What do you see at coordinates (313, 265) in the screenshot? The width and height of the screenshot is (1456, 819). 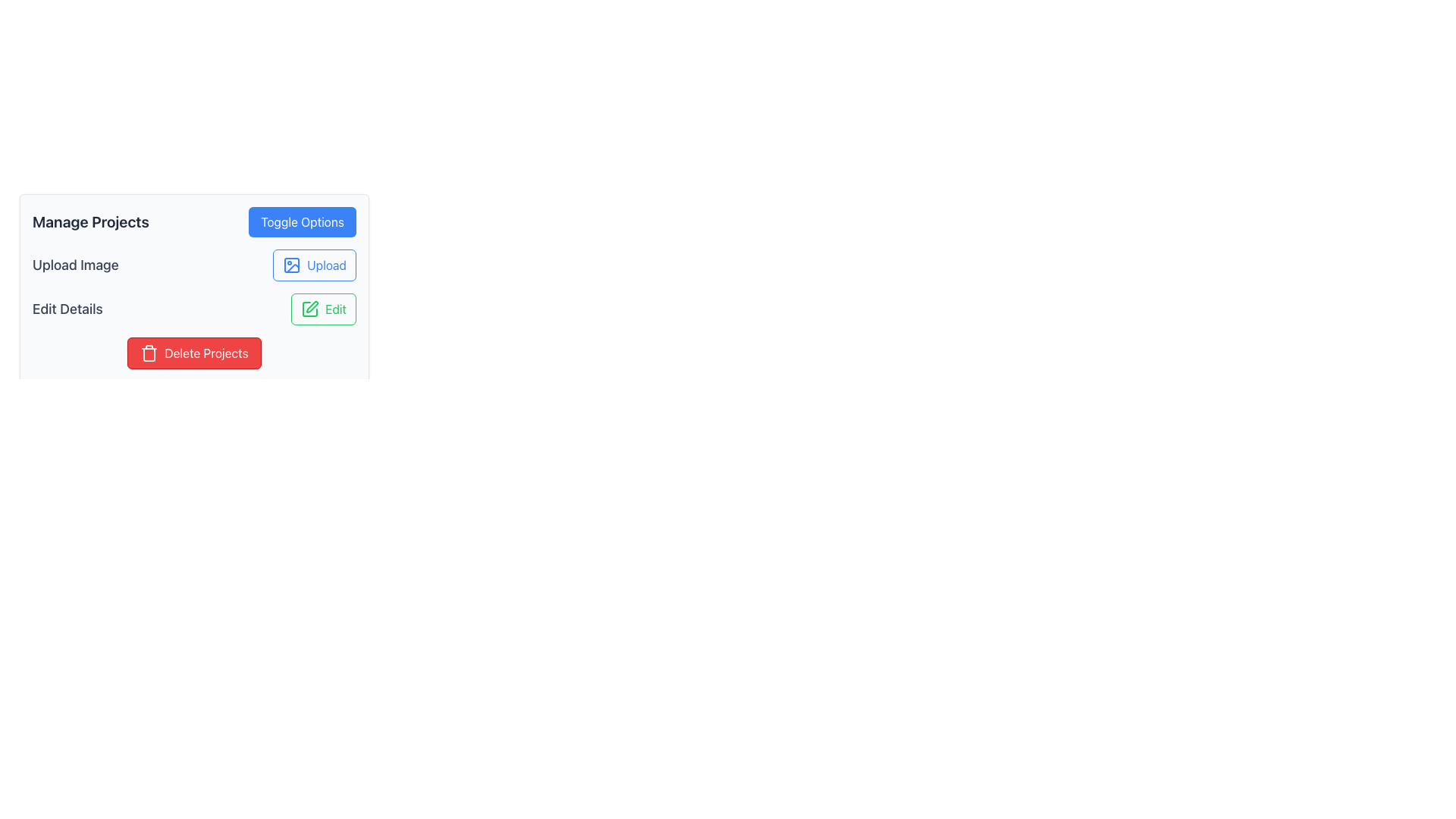 I see `the interactive button located in the middle-right section of the interface to initiate the upload action for images or files` at bounding box center [313, 265].